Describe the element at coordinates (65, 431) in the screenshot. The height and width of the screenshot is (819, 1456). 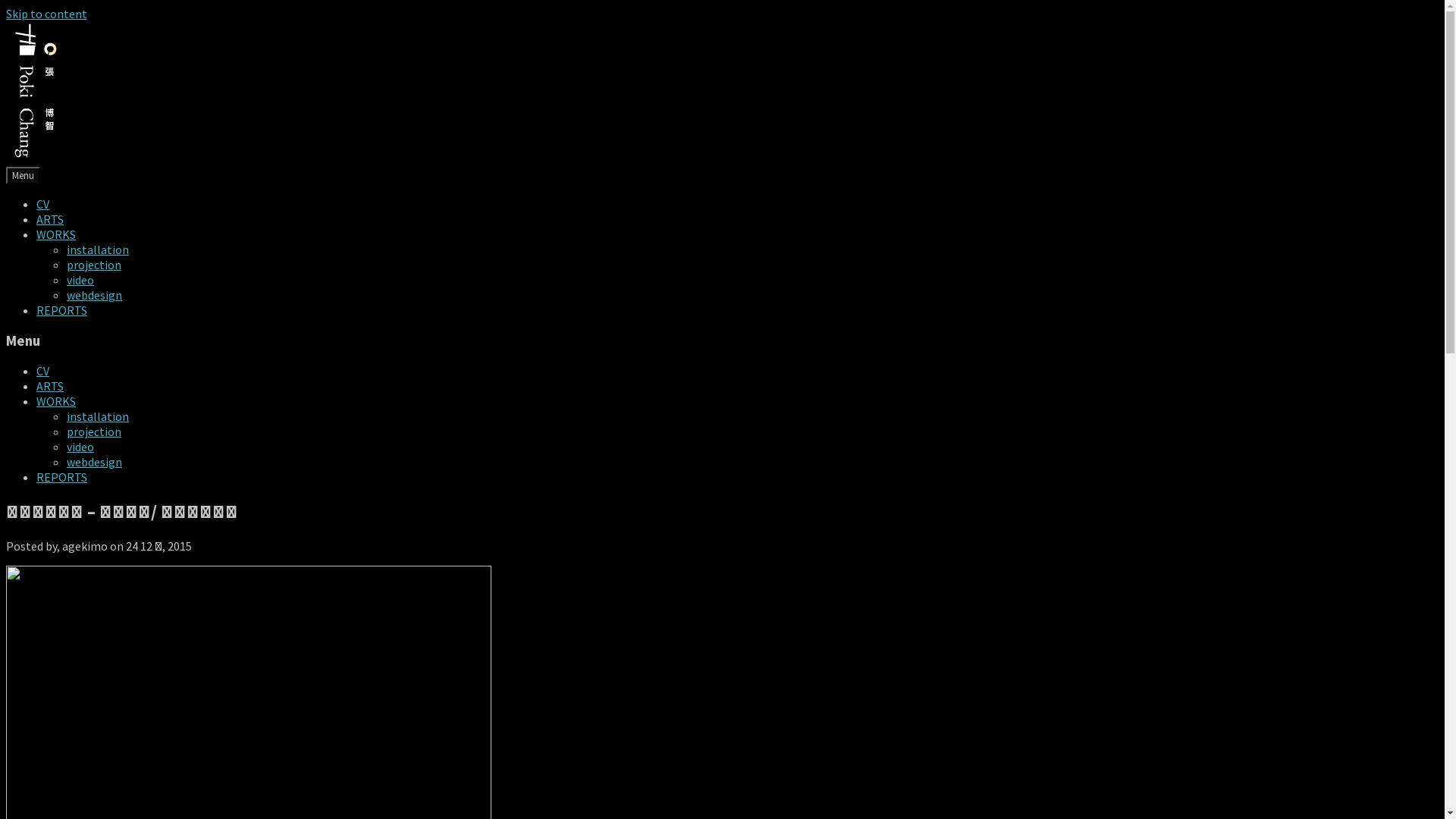
I see `'projection'` at that location.